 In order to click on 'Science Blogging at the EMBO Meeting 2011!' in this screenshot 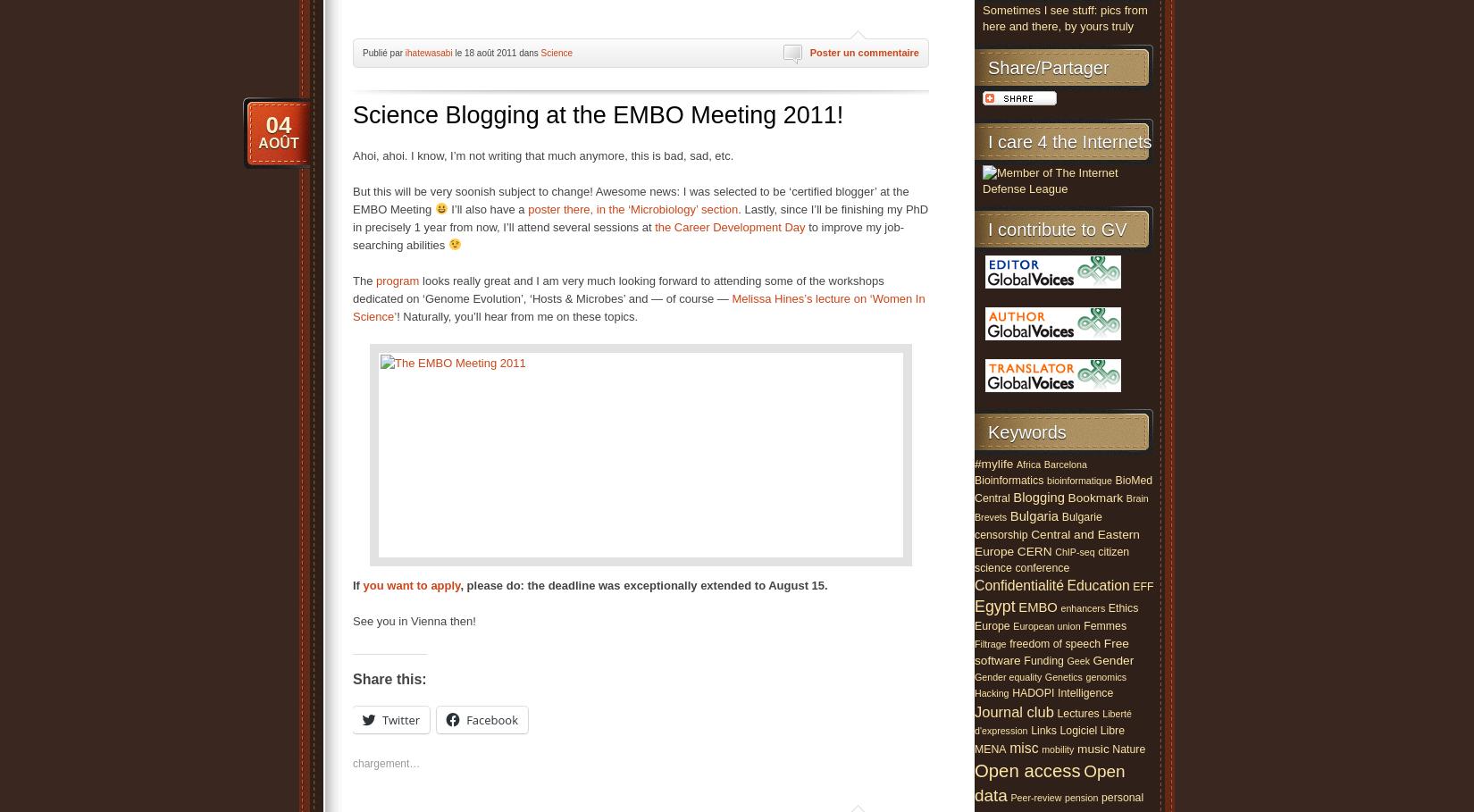, I will do `click(597, 113)`.